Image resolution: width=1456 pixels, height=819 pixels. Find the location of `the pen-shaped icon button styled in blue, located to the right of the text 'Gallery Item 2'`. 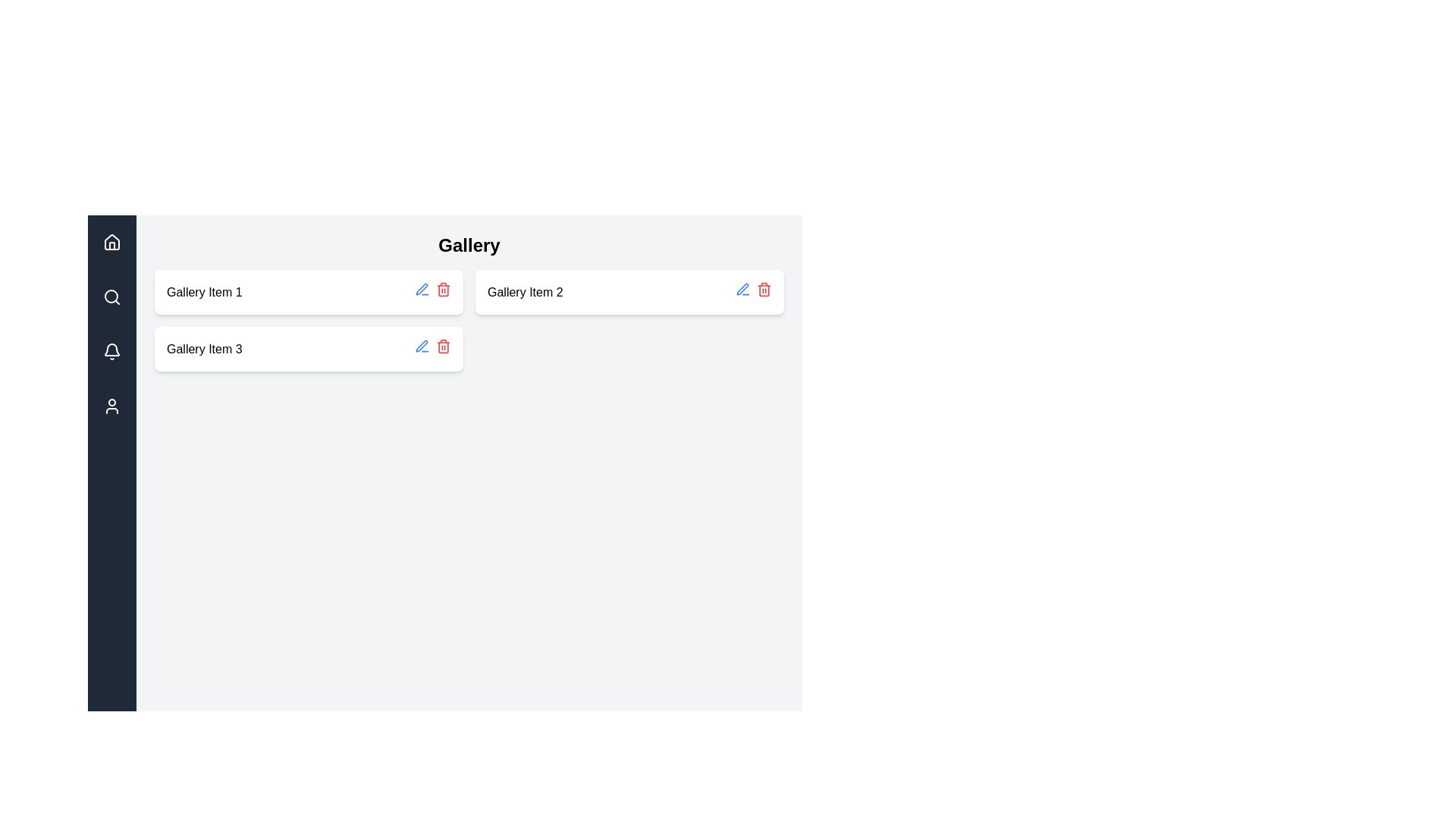

the pen-shaped icon button styled in blue, located to the right of the text 'Gallery Item 2' is located at coordinates (742, 289).